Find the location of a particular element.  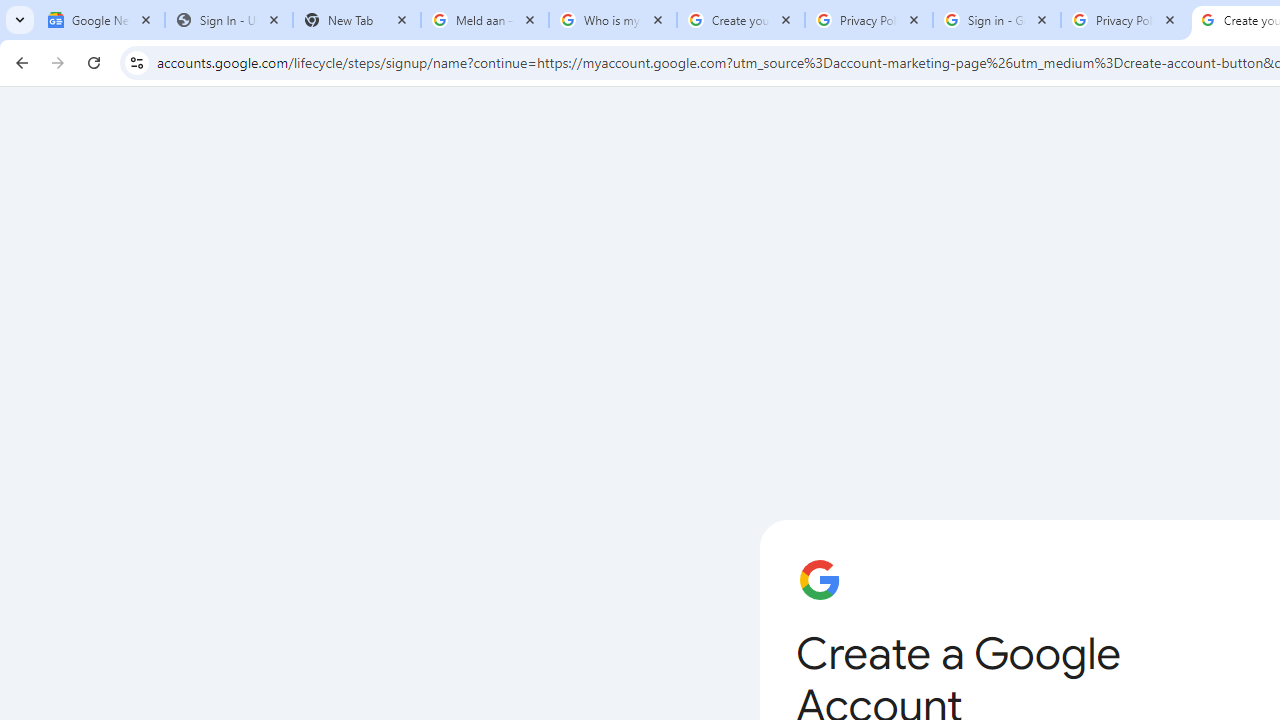

'Sign in - Google Accounts' is located at coordinates (997, 20).